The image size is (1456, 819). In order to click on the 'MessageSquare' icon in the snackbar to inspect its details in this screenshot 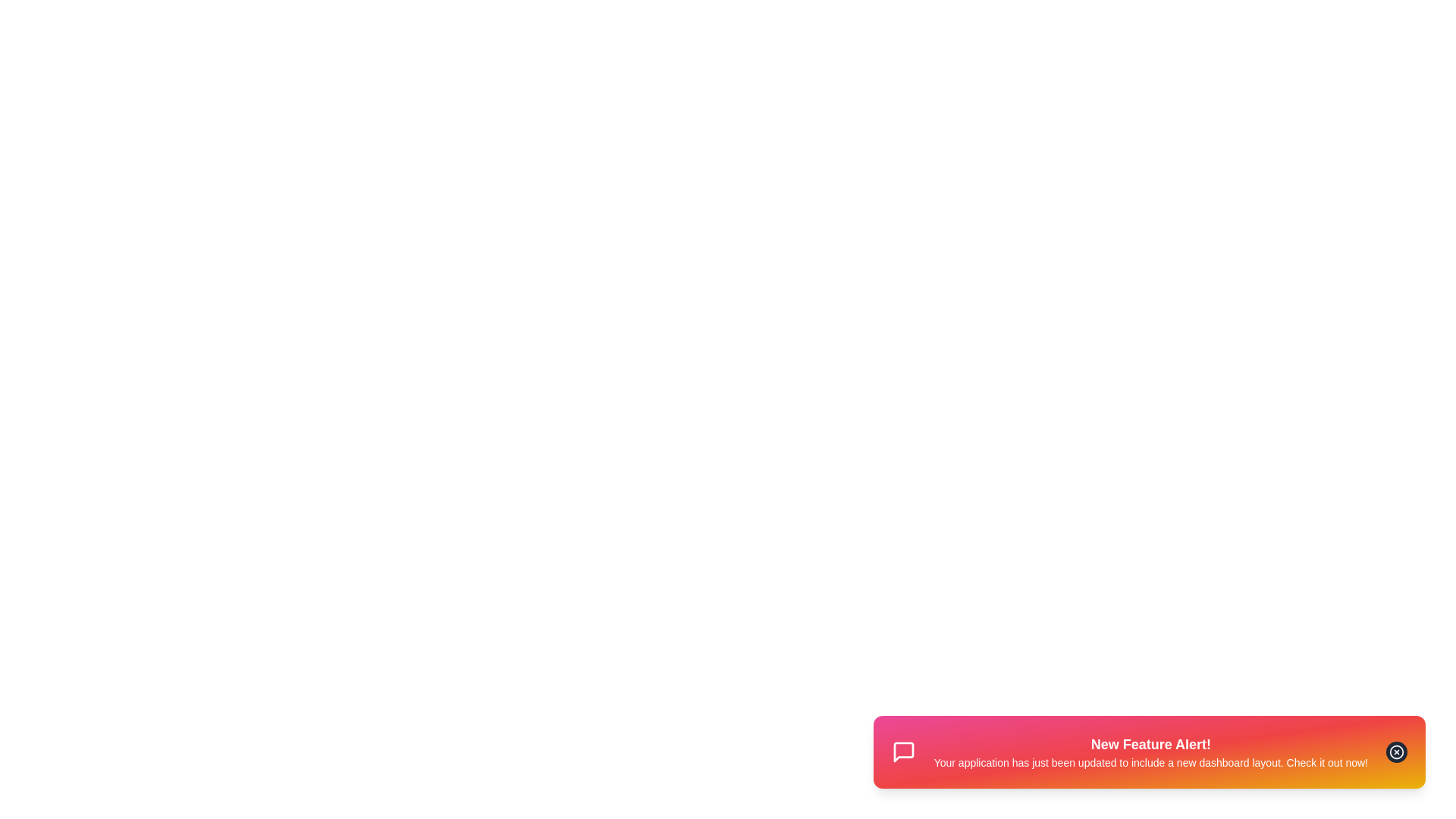, I will do `click(903, 752)`.